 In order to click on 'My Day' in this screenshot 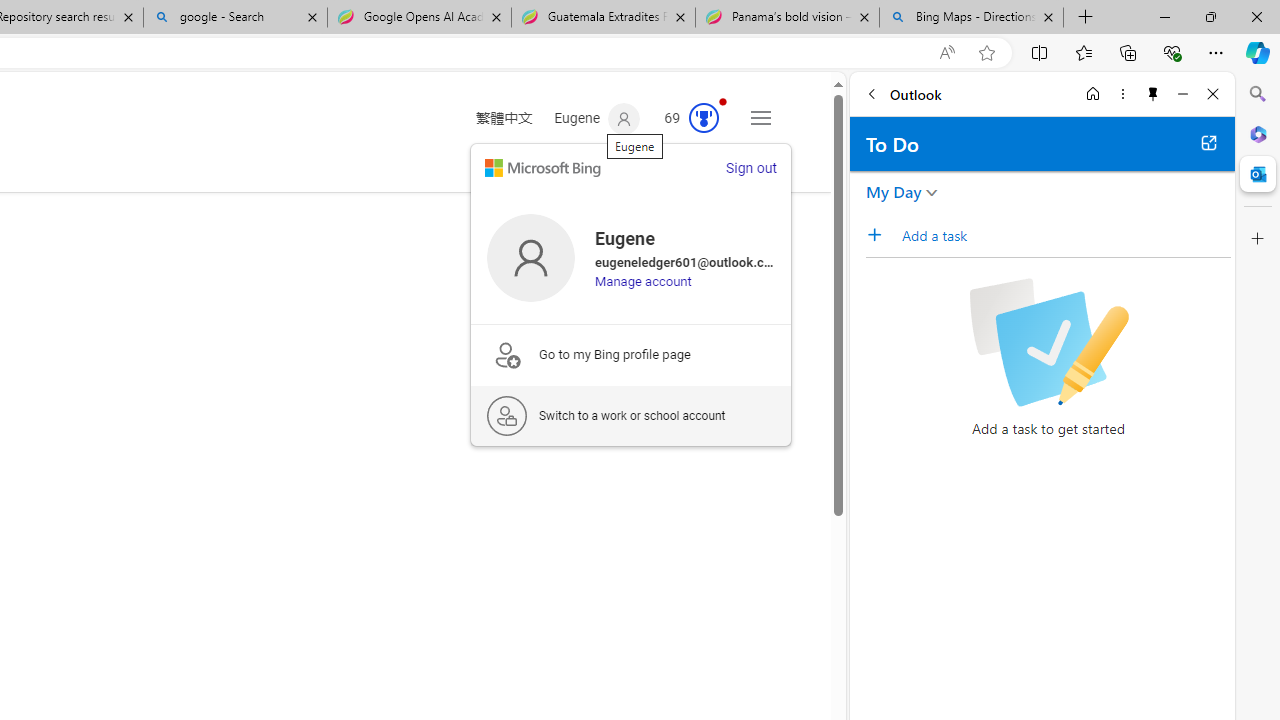, I will do `click(893, 191)`.